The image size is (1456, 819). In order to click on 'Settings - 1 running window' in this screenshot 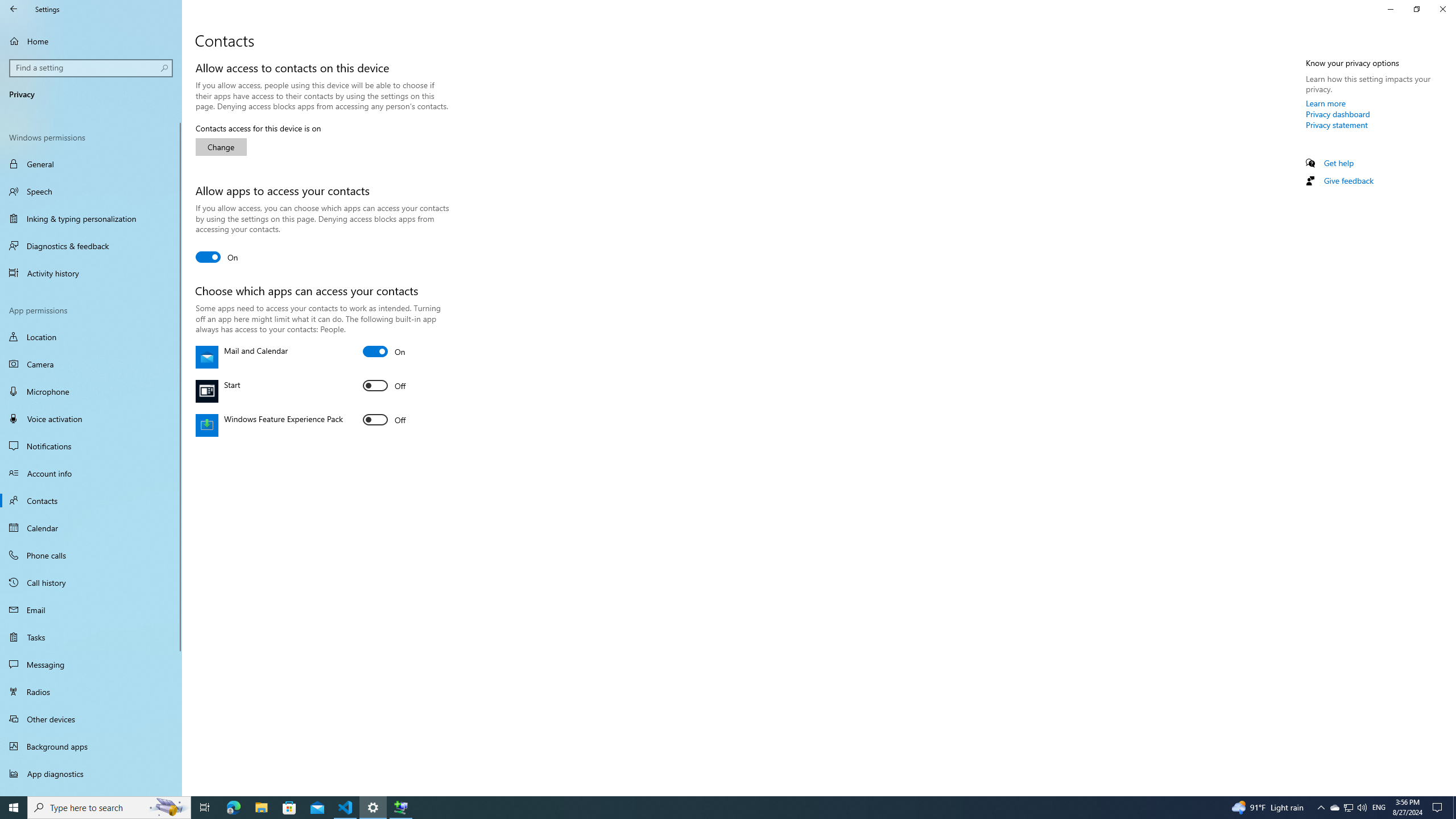, I will do `click(373, 806)`.